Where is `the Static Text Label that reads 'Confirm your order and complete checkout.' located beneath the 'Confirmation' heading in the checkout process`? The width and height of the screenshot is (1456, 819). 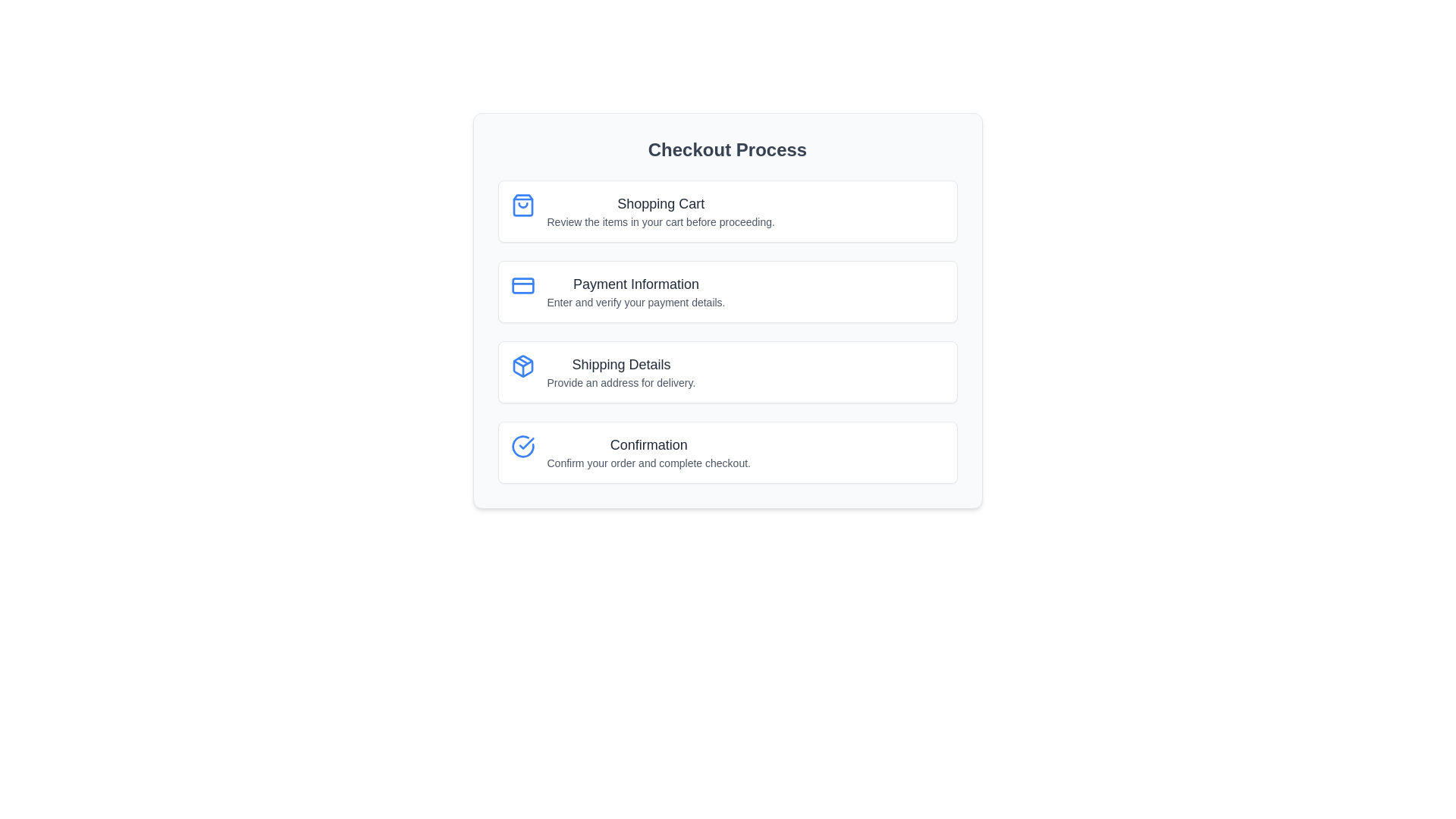
the Static Text Label that reads 'Confirm your order and complete checkout.' located beneath the 'Confirmation' heading in the checkout process is located at coordinates (648, 462).